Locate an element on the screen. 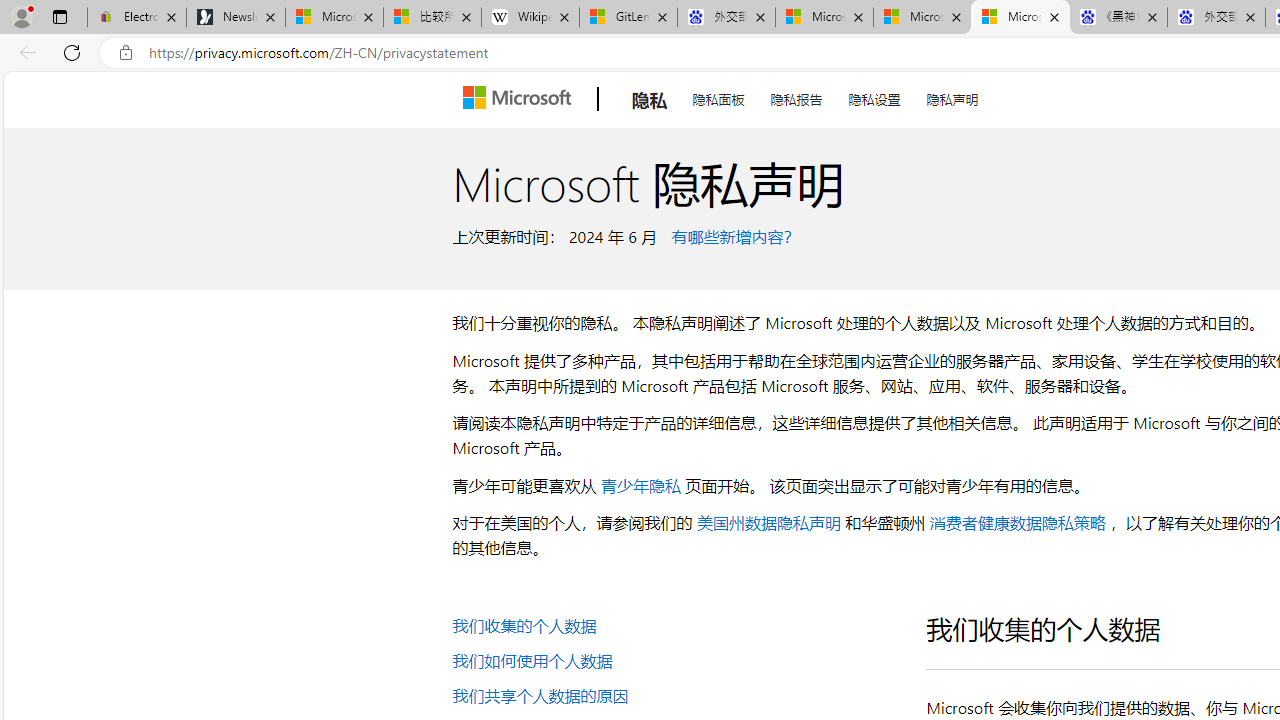  'Wikipedia' is located at coordinates (530, 17).